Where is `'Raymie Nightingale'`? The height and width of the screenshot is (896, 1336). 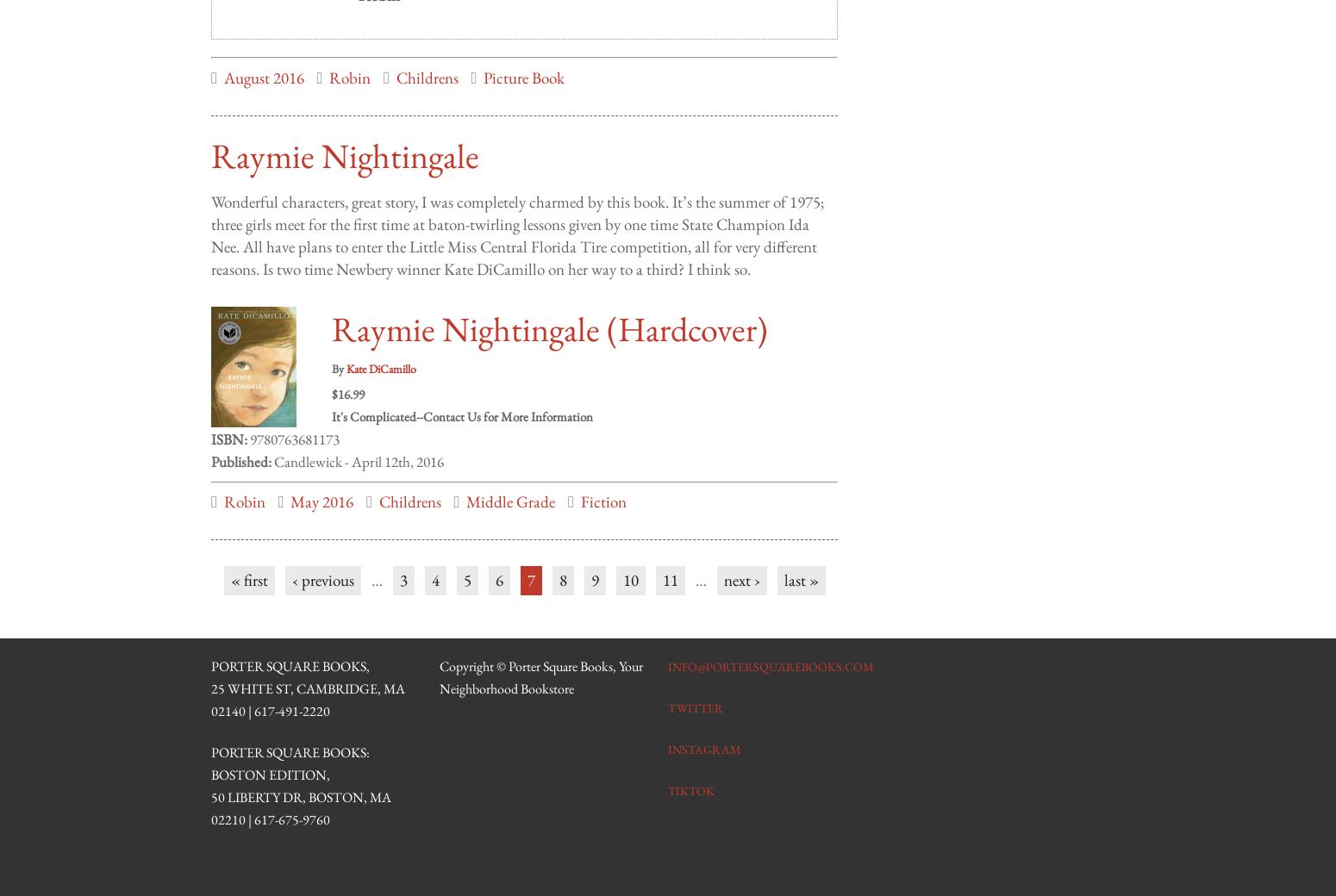
'Raymie Nightingale' is located at coordinates (345, 138).